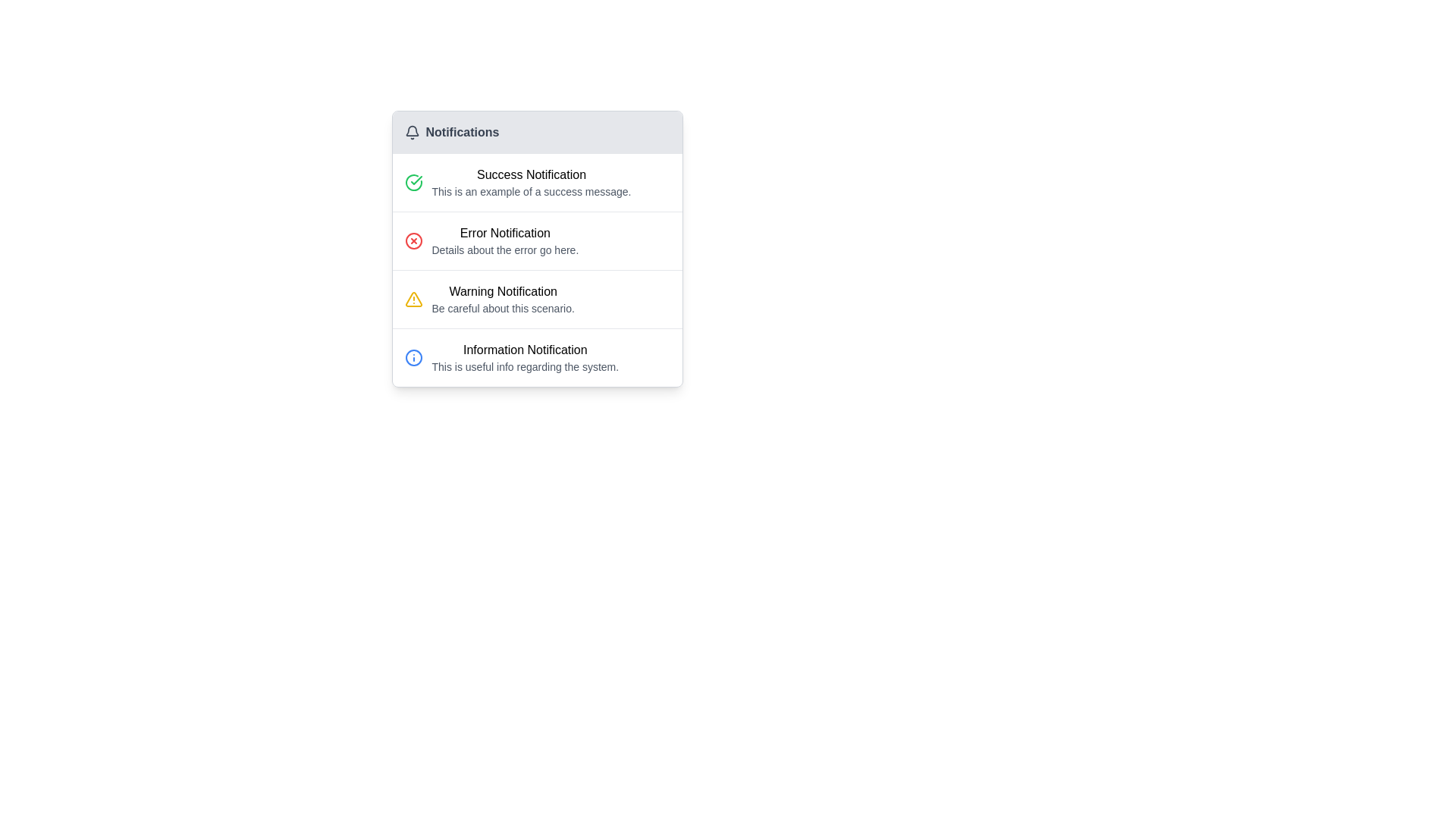 Image resolution: width=1456 pixels, height=819 pixels. I want to click on the error notification item, so click(537, 240).